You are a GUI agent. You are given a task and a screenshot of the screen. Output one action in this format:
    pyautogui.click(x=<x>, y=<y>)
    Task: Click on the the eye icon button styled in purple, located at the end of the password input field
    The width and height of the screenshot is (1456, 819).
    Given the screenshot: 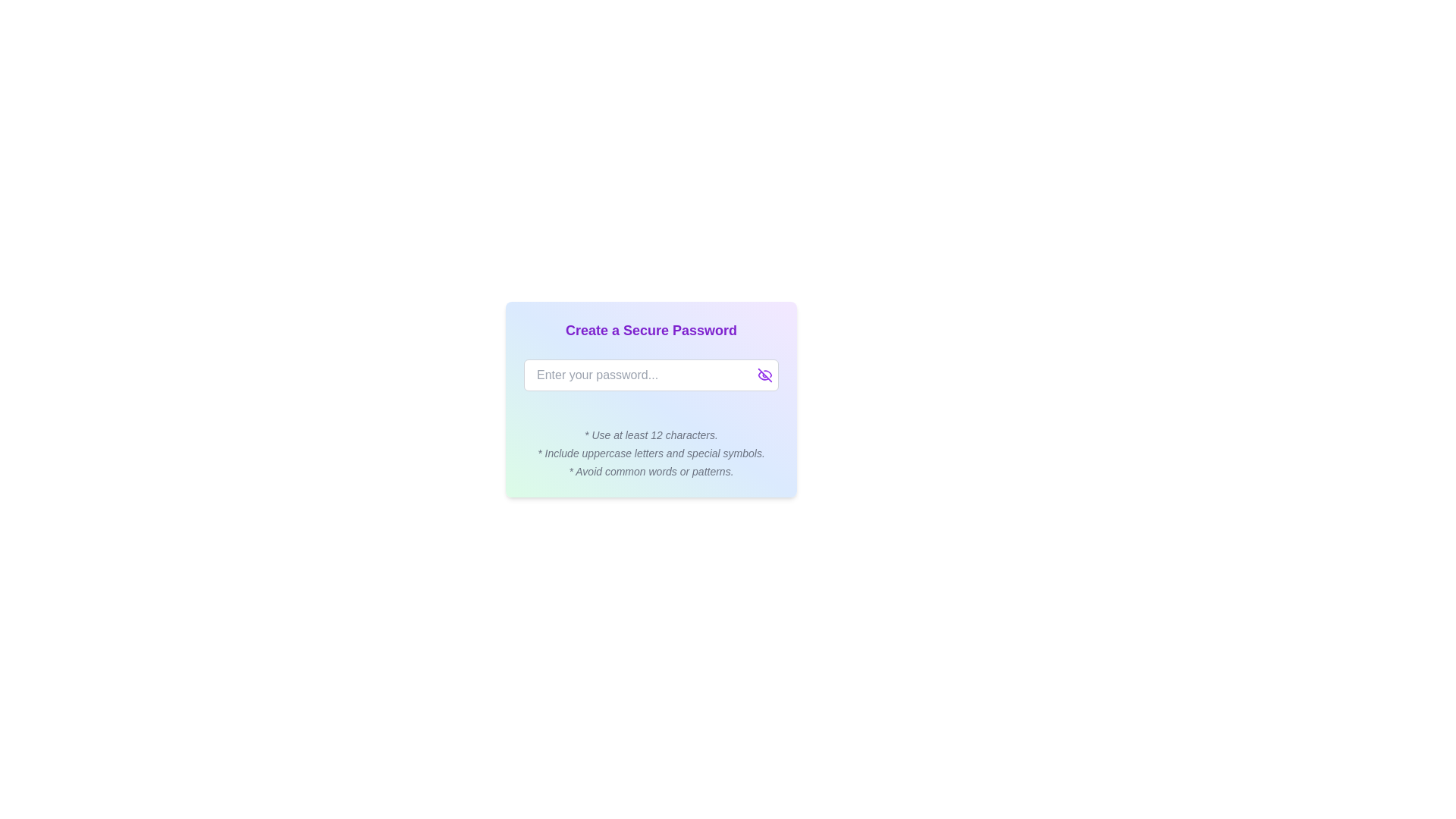 What is the action you would take?
    pyautogui.click(x=764, y=375)
    